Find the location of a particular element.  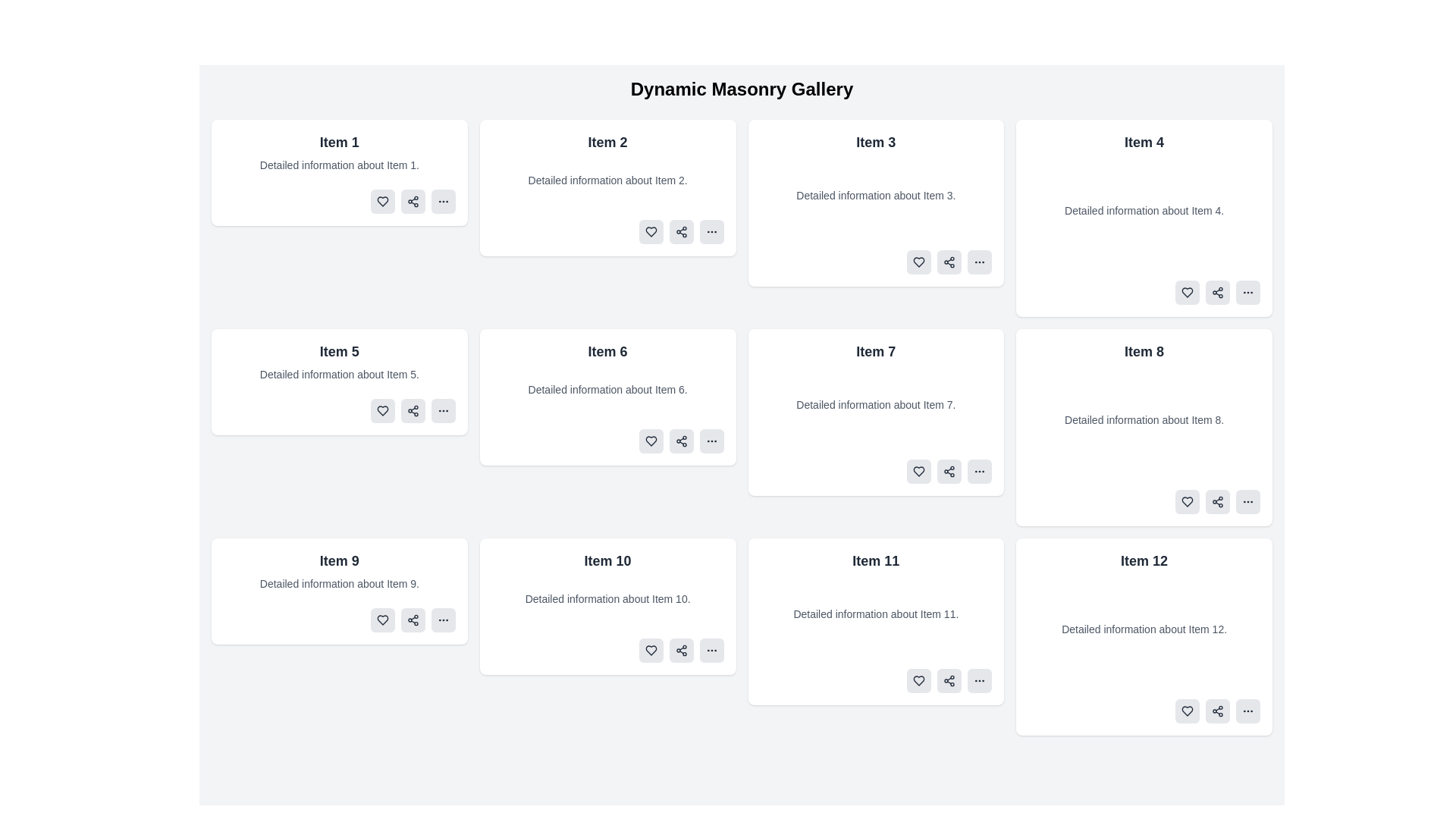

the heart-shaped IconButton indicating 'like' functionality located in the action area of 'Item 2' in the 'Dynamic Masonry Gallery' layout is located at coordinates (651, 231).